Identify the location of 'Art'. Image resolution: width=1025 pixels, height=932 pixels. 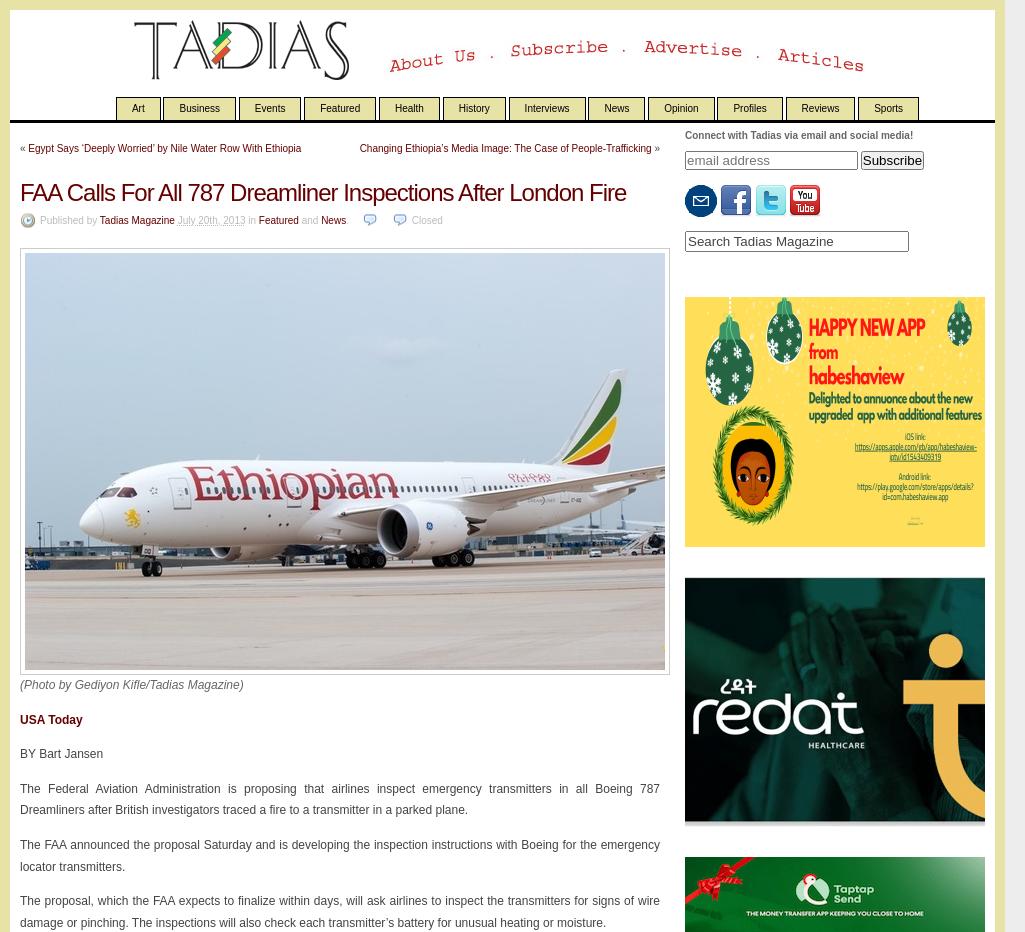
(130, 108).